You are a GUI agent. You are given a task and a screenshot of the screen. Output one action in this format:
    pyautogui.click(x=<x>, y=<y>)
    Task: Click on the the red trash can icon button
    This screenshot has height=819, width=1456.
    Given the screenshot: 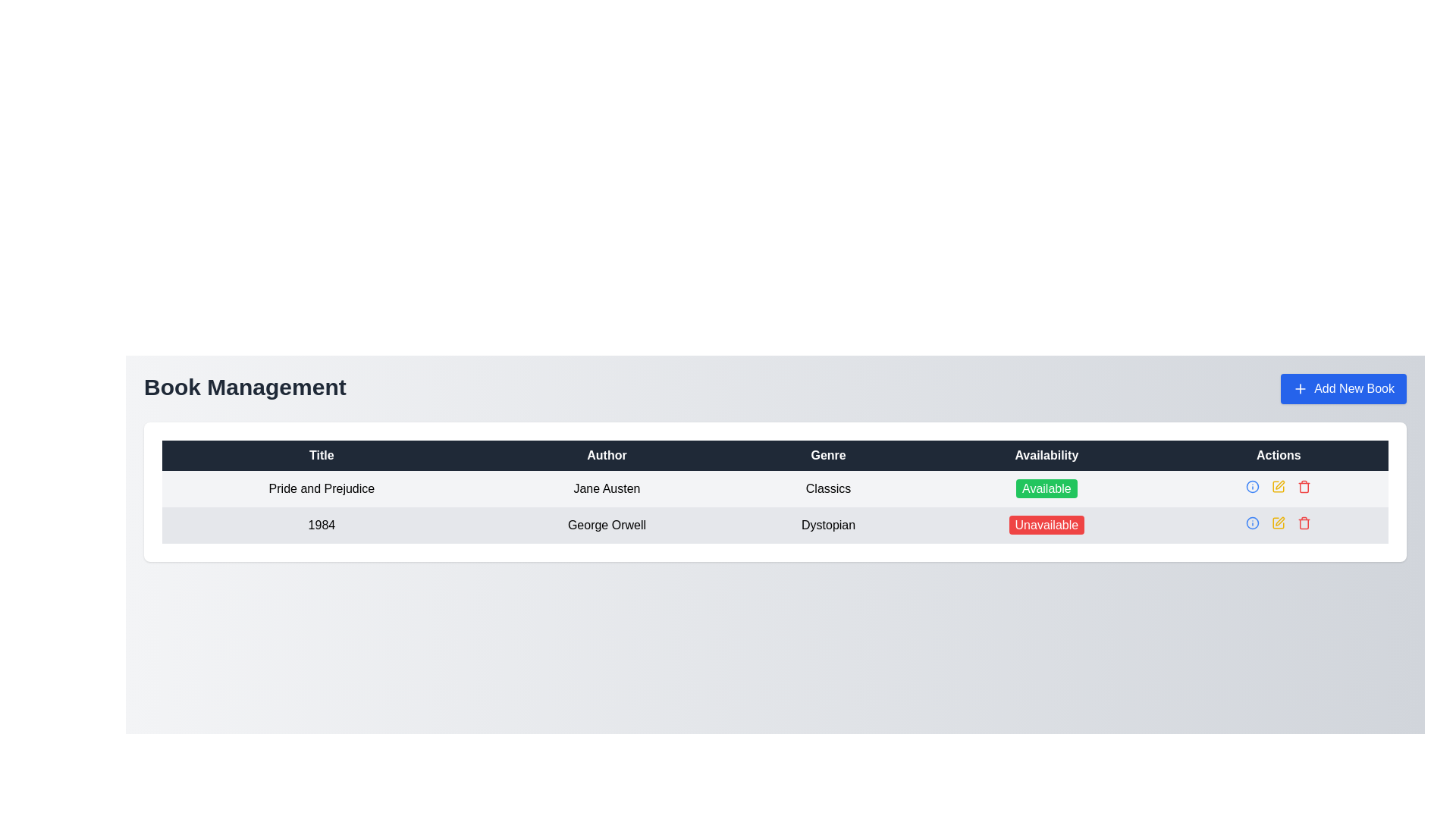 What is the action you would take?
    pyautogui.click(x=1304, y=486)
    